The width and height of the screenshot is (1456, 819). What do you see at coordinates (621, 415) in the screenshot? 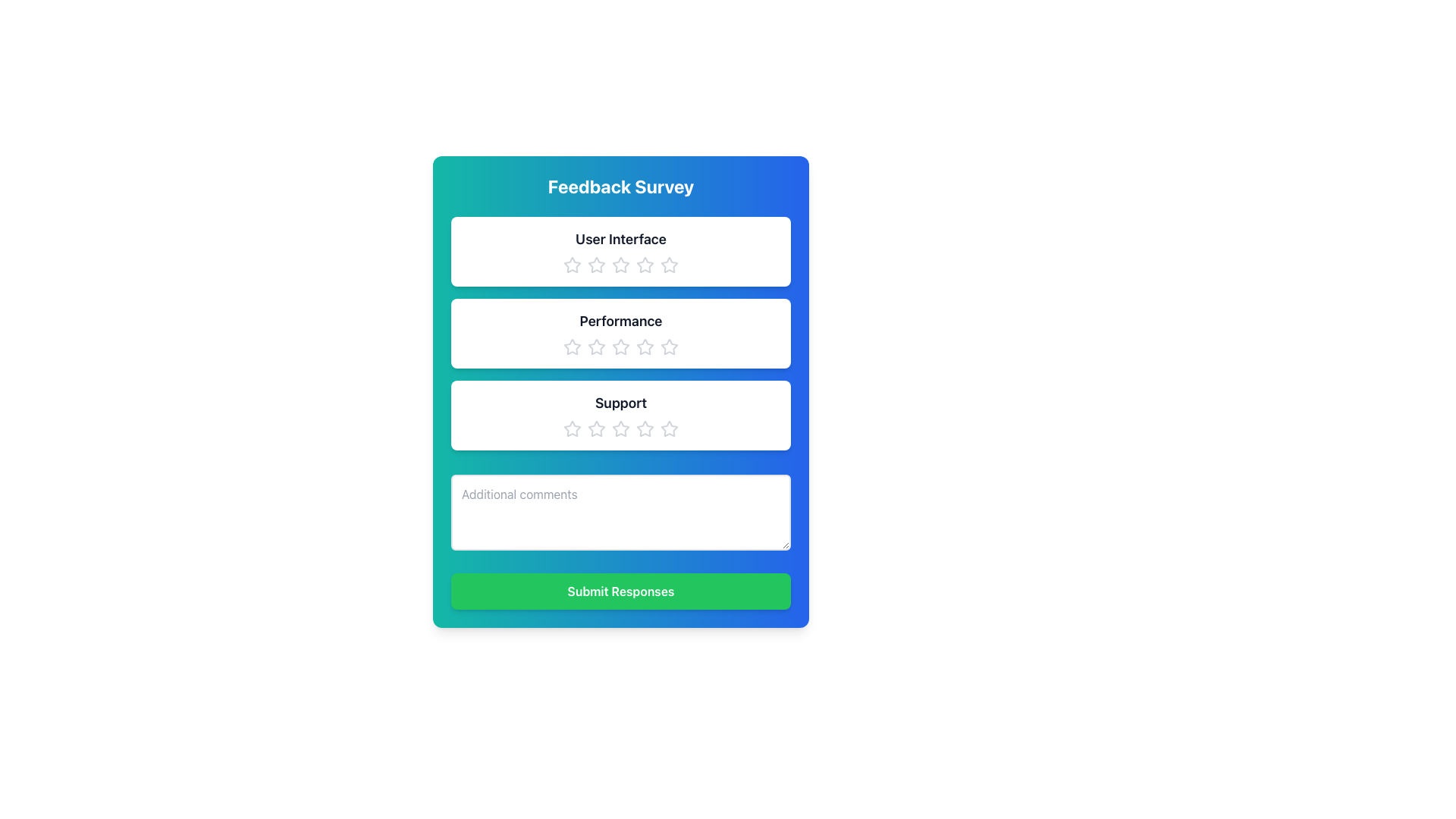
I see `the stars in the rating system card for 'Support' on the feedback survey interface` at bounding box center [621, 415].